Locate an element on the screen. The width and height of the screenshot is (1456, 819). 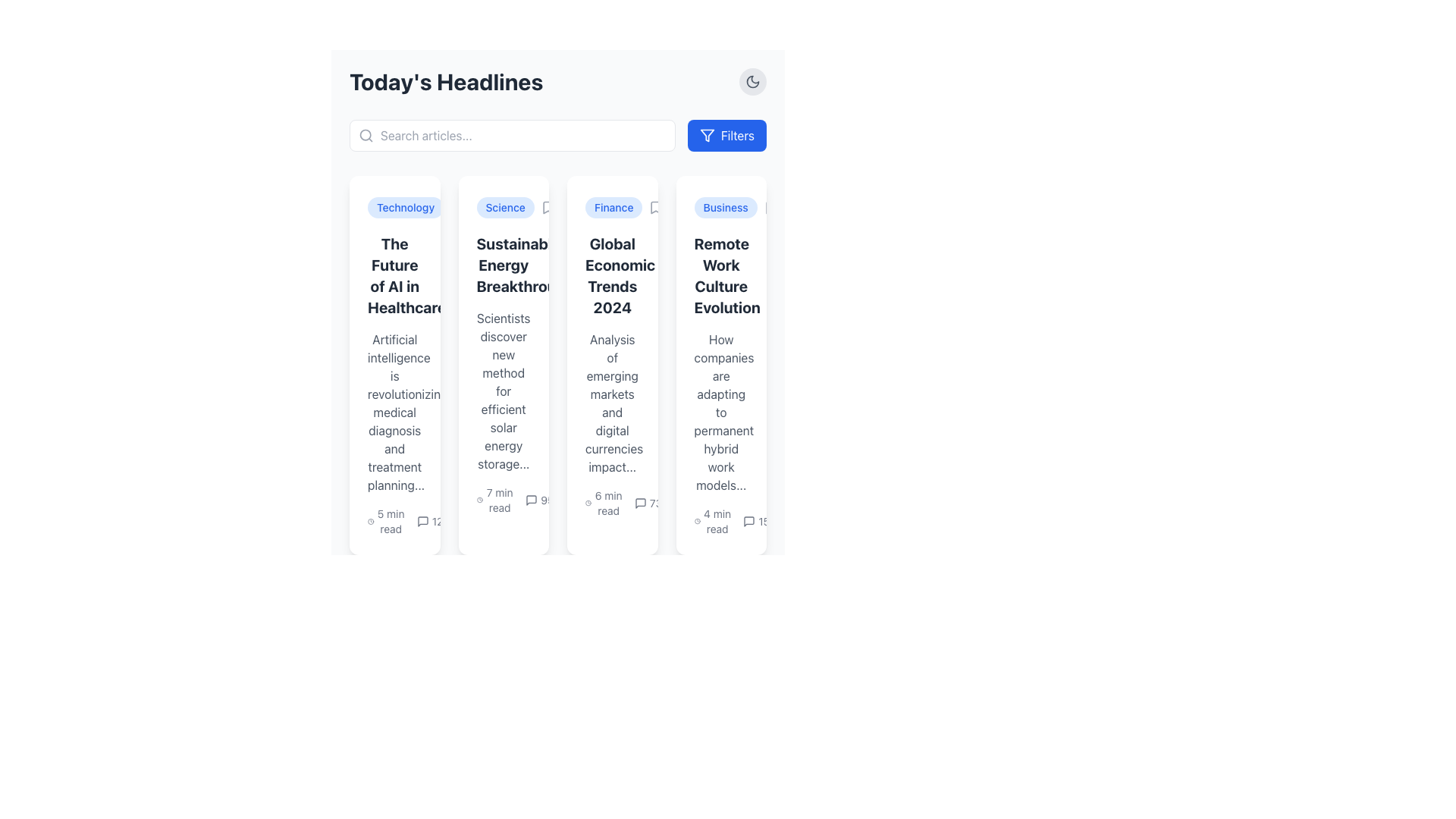
'Technology' category label located at the top-left of the card above the title 'The Future of AI in Healthcare' is located at coordinates (394, 207).